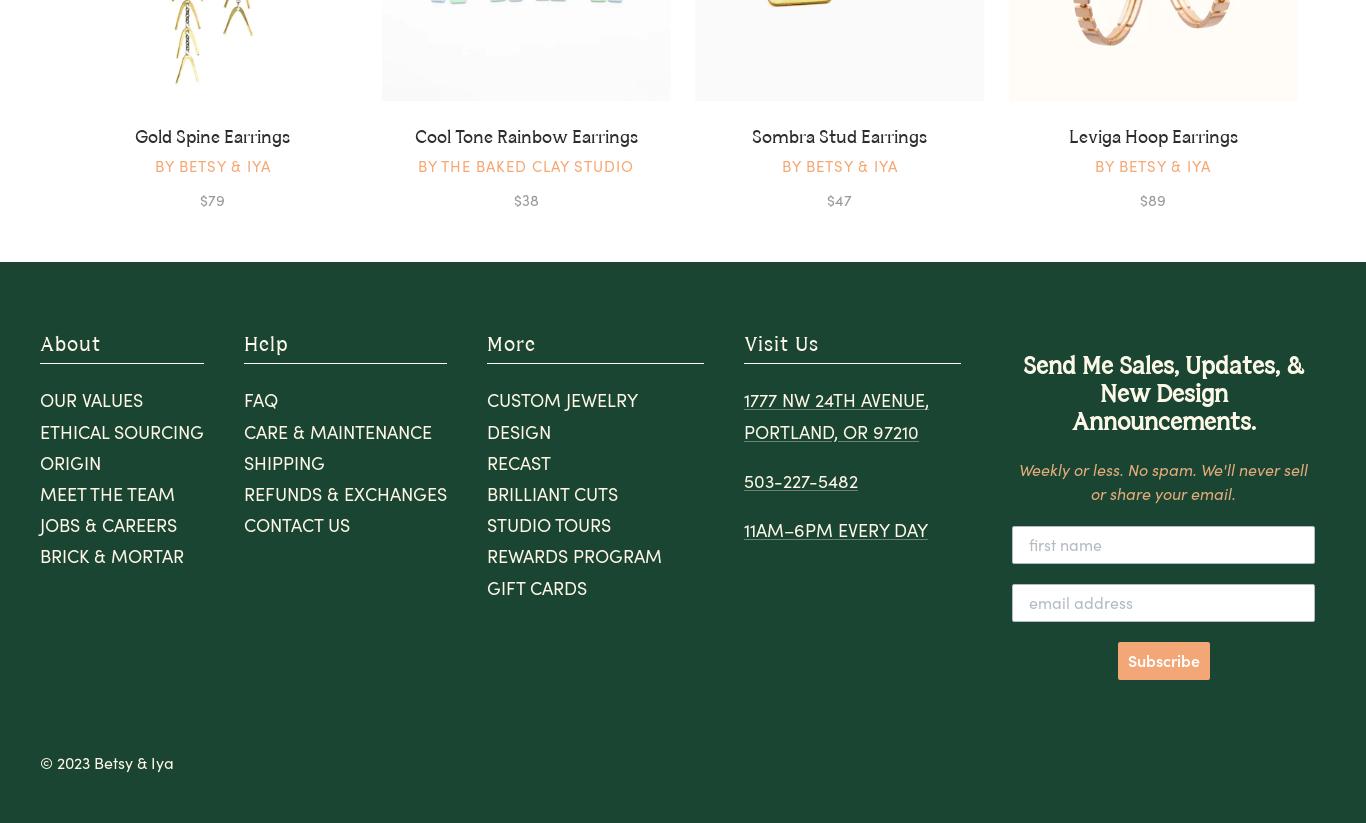  I want to click on 'Weekly or less. No spam. We'll never sell or share your email.', so click(1163, 479).